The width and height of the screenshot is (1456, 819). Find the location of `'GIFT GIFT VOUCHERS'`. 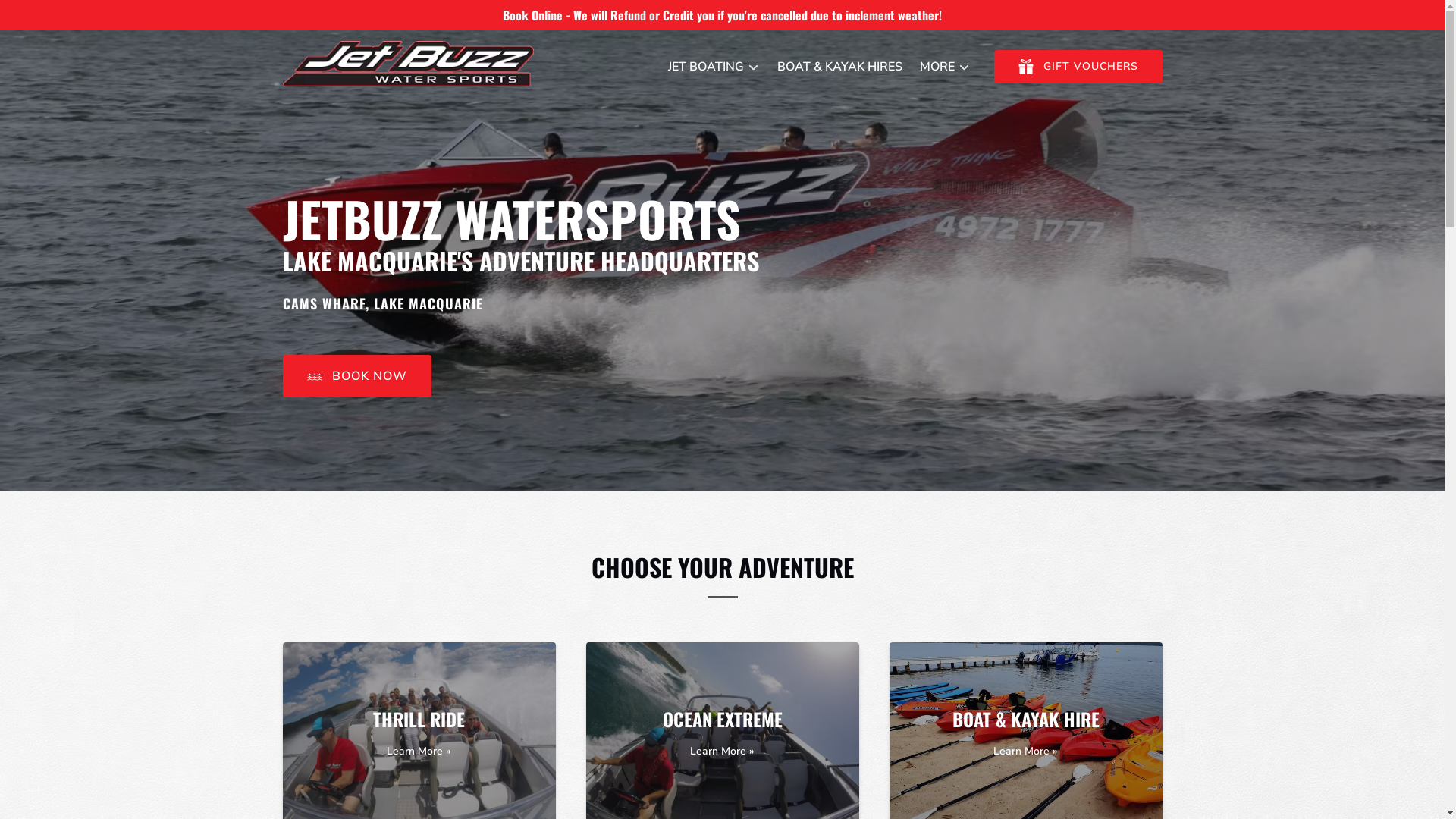

'GIFT GIFT VOUCHERS' is located at coordinates (1076, 66).